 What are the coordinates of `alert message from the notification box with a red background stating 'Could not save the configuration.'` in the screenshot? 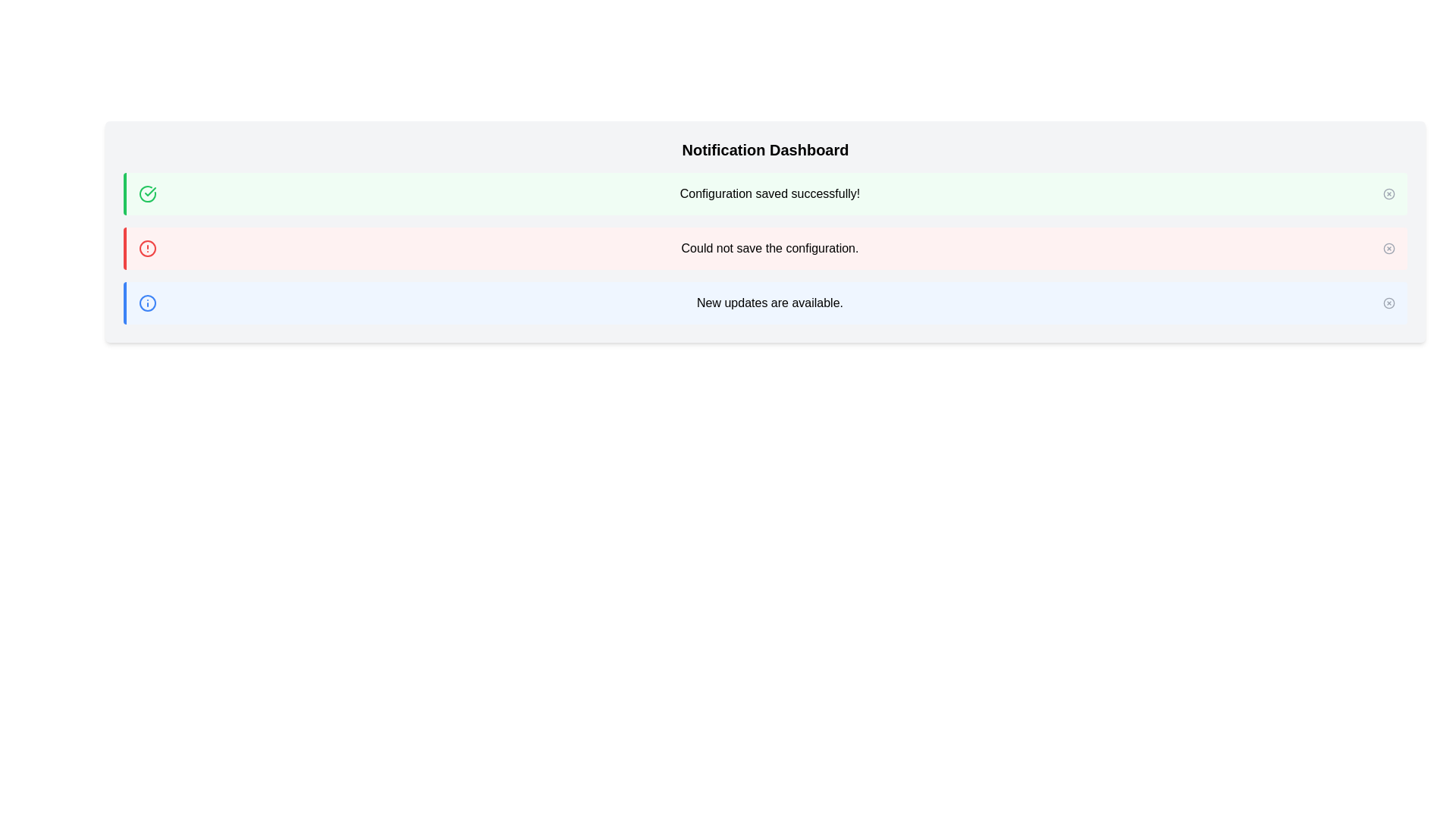 It's located at (765, 247).